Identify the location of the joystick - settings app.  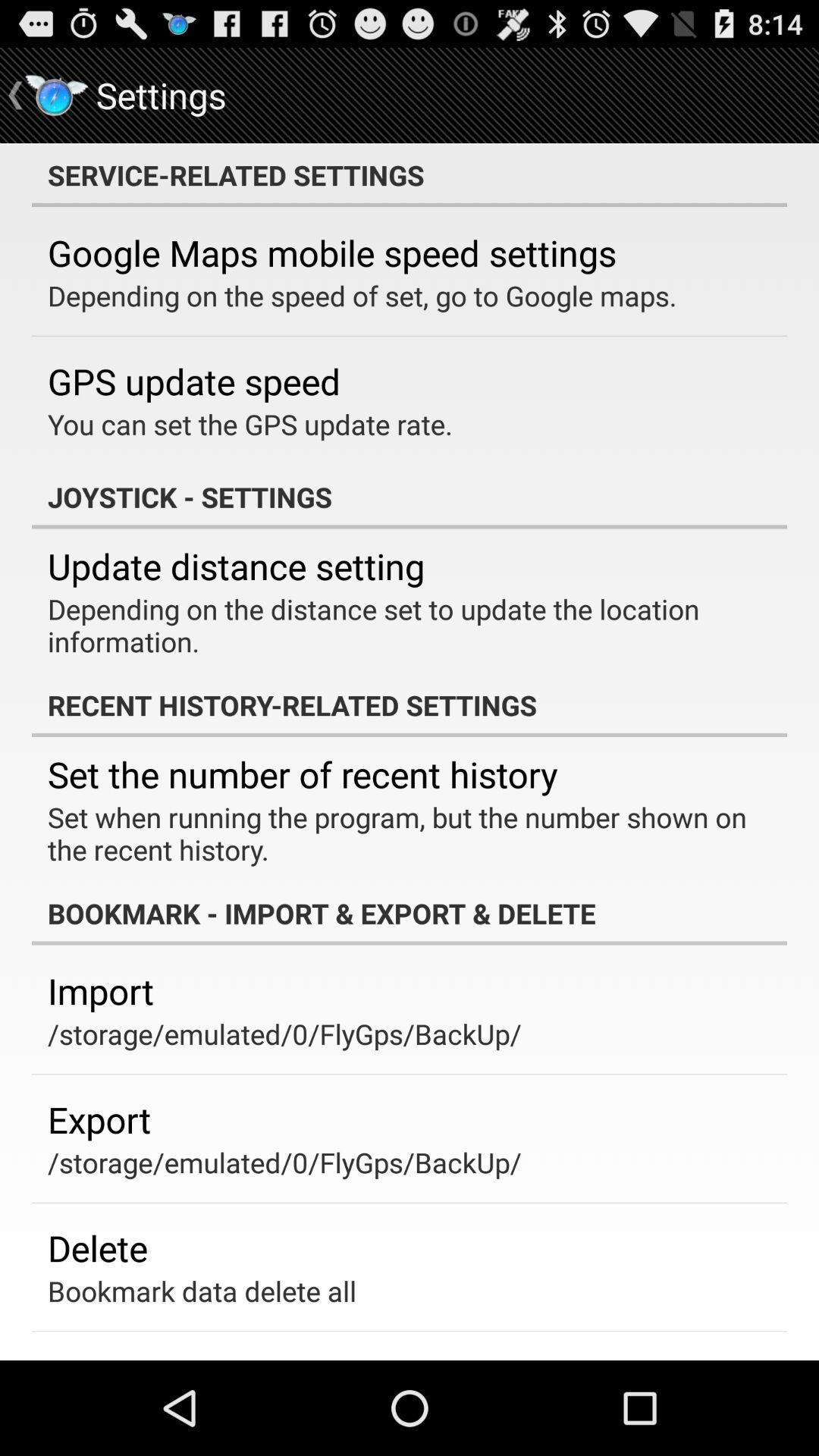
(409, 497).